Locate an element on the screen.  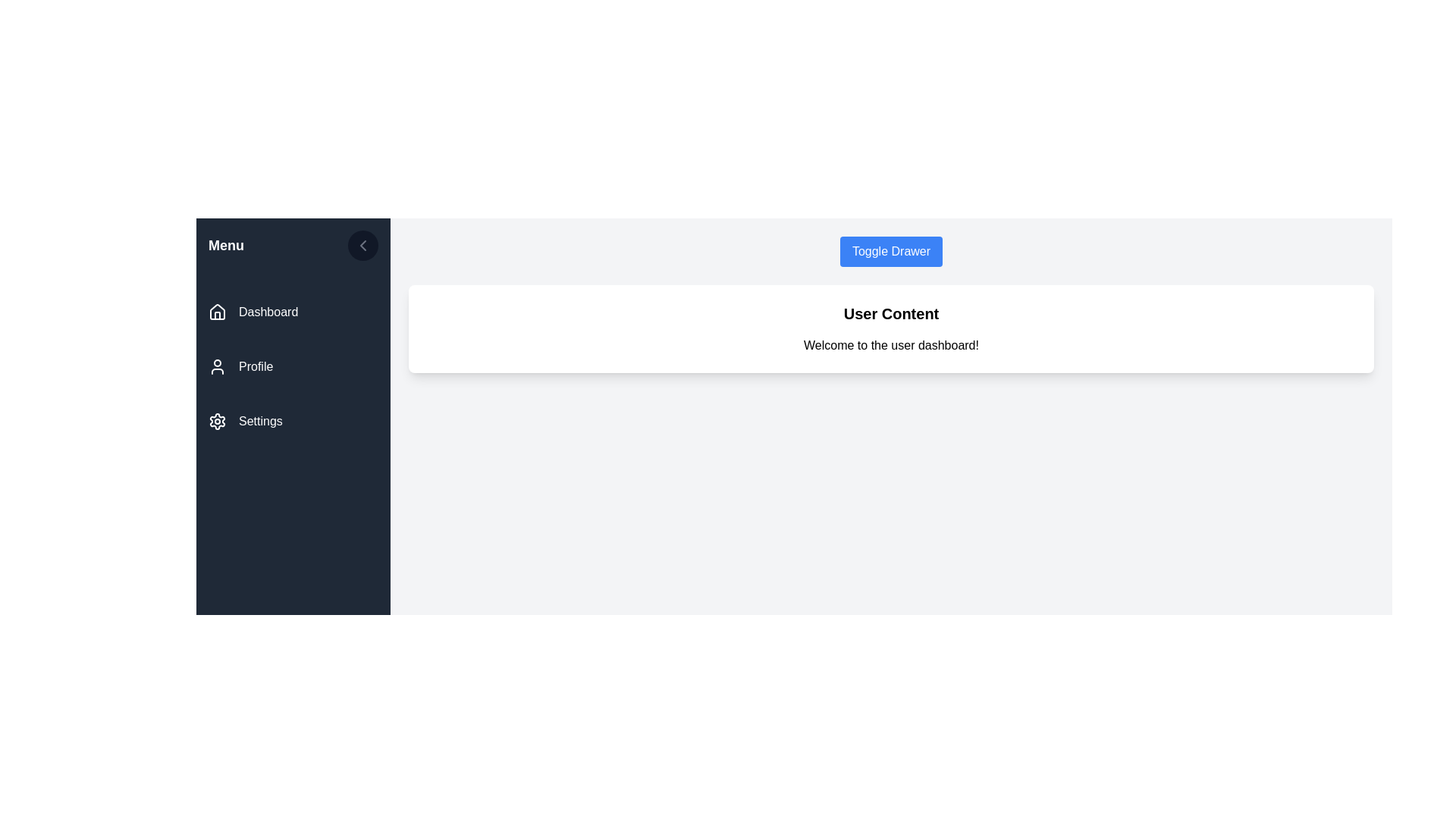
the 'Profile' navigation menu item, which is the second item in the vertical list of the left-hand menu, located between 'Dashboard' and 'Settings' is located at coordinates (293, 366).